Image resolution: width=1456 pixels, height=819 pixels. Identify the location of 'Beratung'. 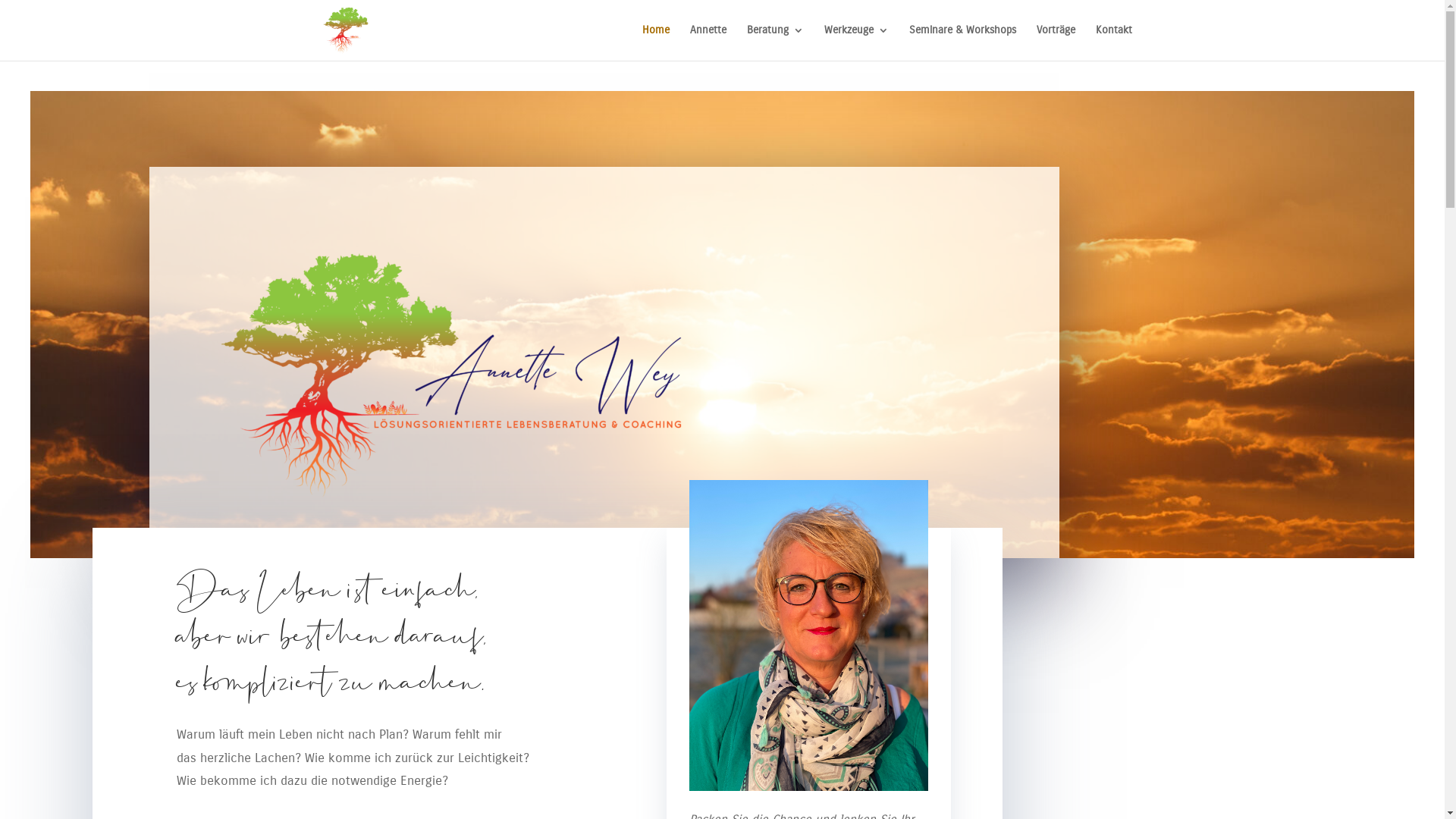
(774, 42).